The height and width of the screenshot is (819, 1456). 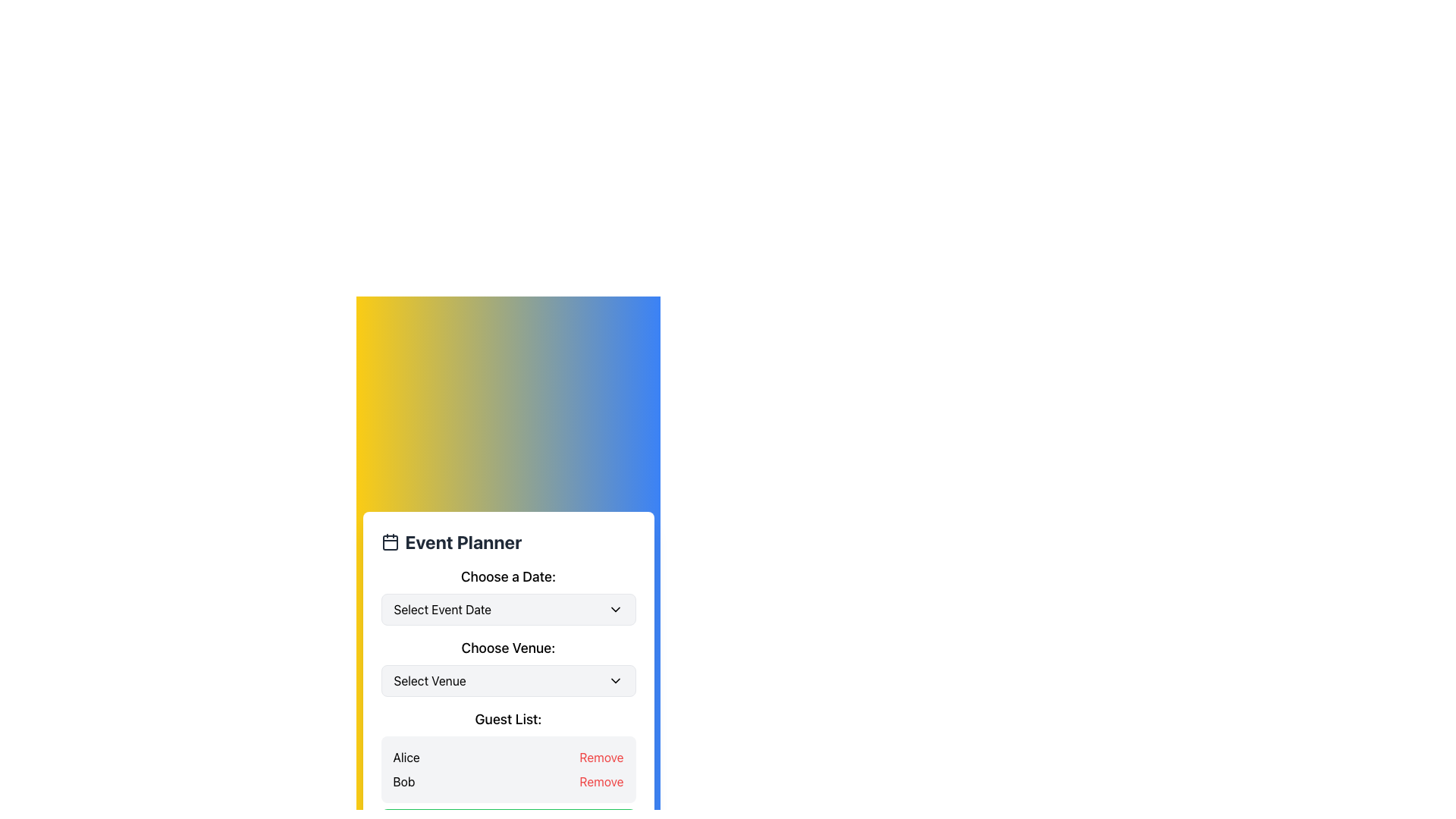 I want to click on the text label that serves as a heading for the input dropdown labeled 'Select Event Date', so click(x=508, y=576).